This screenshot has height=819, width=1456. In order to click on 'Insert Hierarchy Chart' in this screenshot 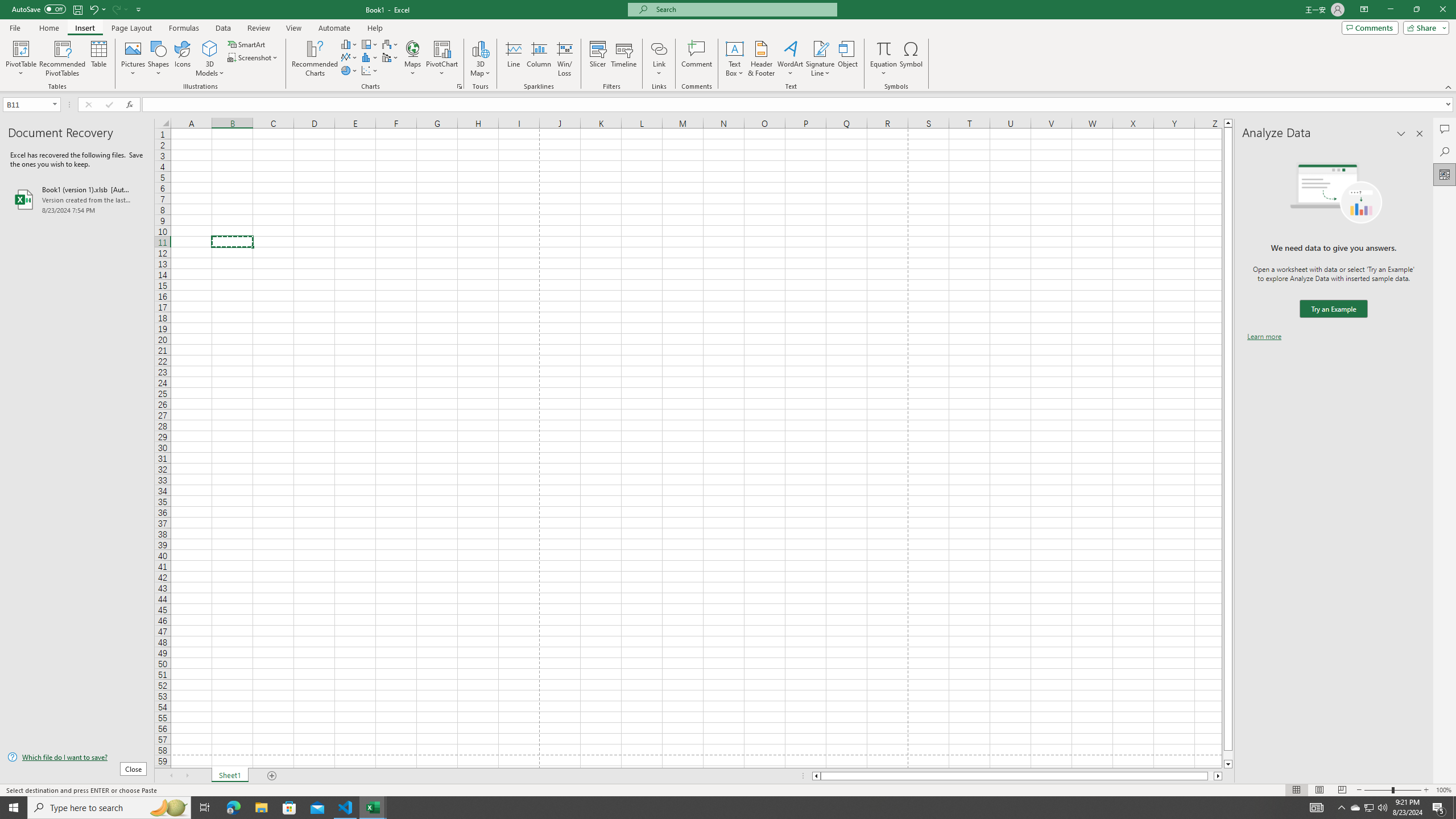, I will do `click(369, 44)`.